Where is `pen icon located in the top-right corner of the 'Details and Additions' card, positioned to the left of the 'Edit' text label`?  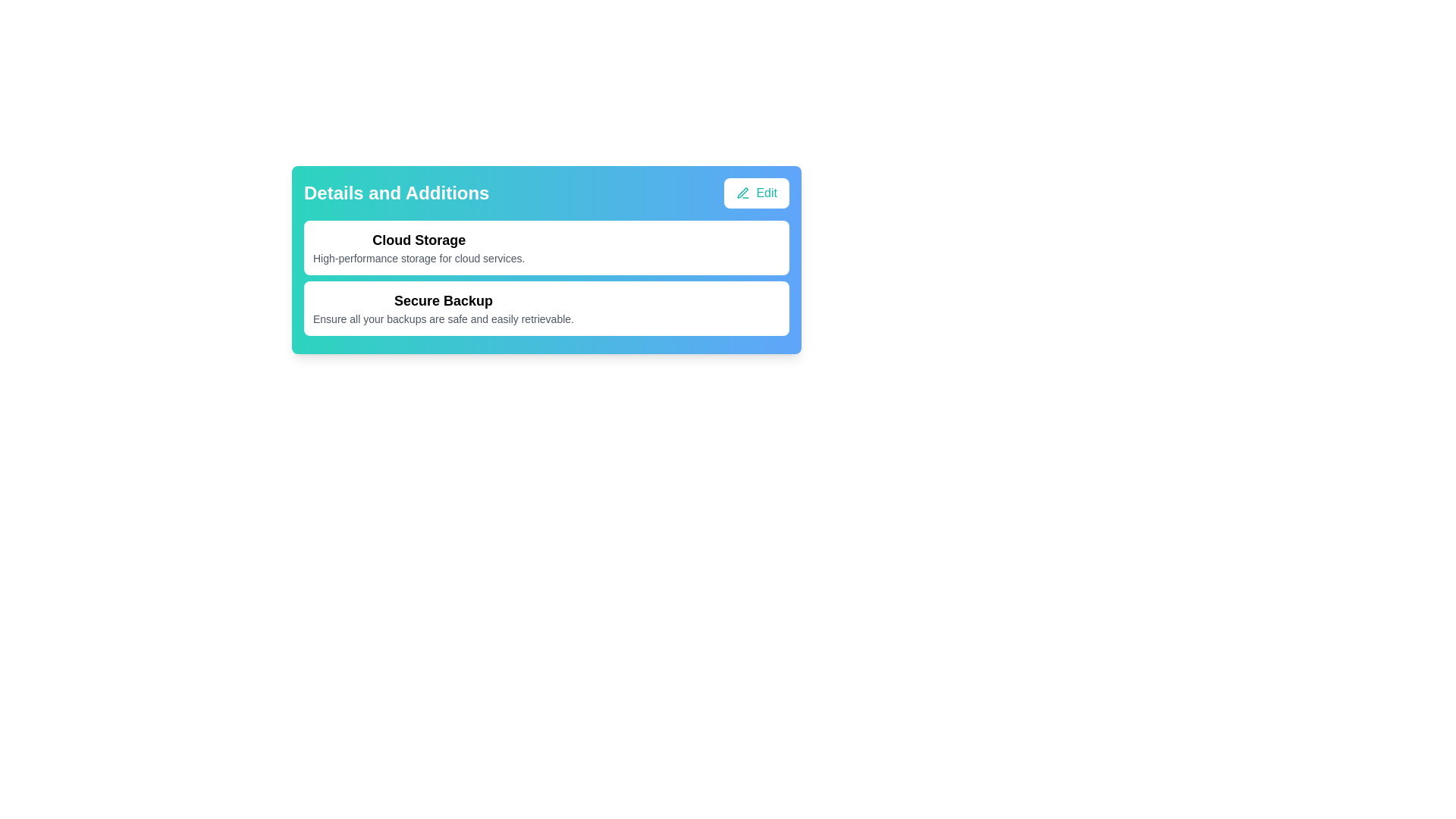
pen icon located in the top-right corner of the 'Details and Additions' card, positioned to the left of the 'Edit' text label is located at coordinates (742, 192).